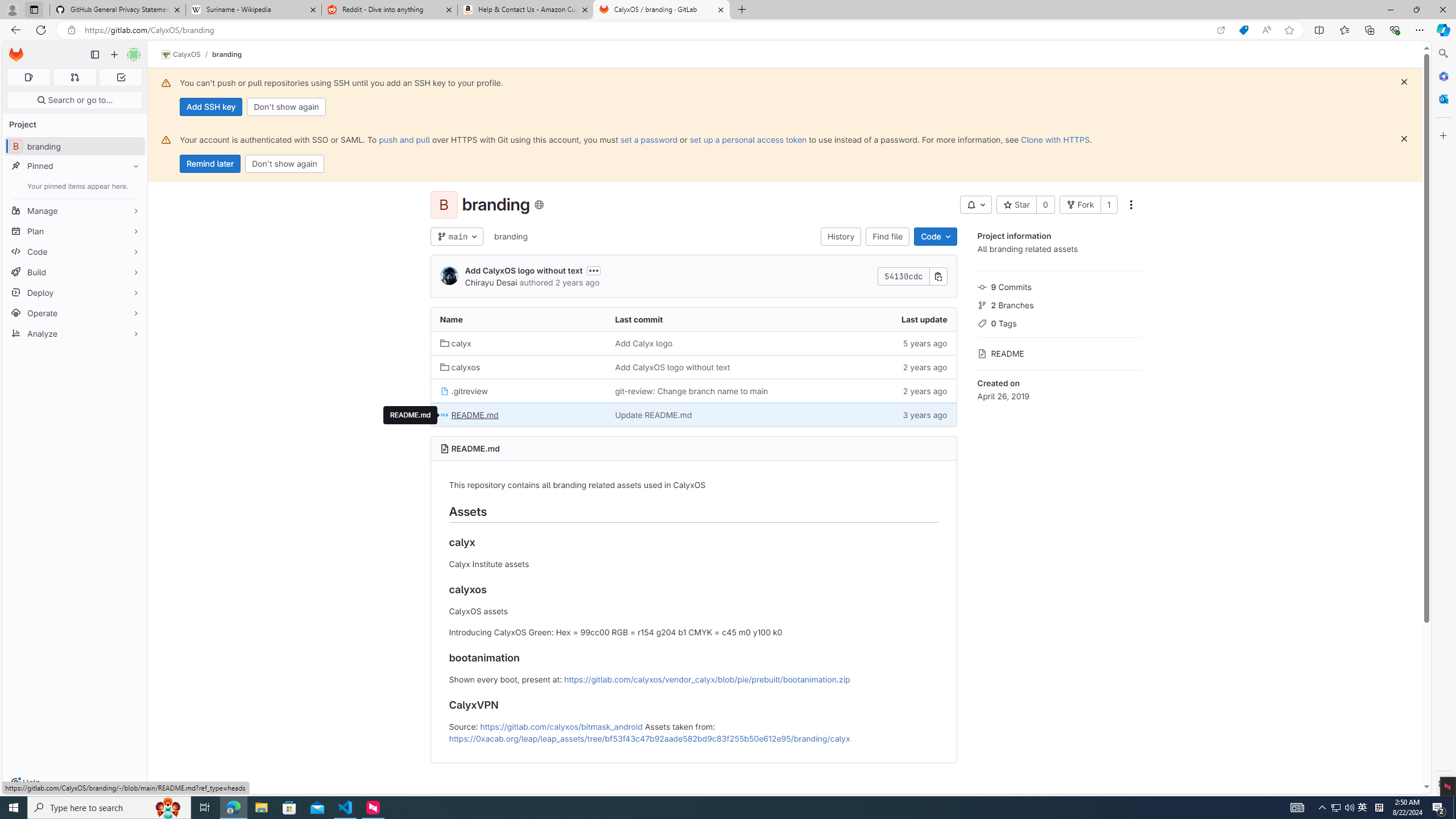 The width and height of the screenshot is (1456, 819). What do you see at coordinates (118, 9) in the screenshot?
I see `'GitHub General Privacy Statement - GitHub Docs'` at bounding box center [118, 9].